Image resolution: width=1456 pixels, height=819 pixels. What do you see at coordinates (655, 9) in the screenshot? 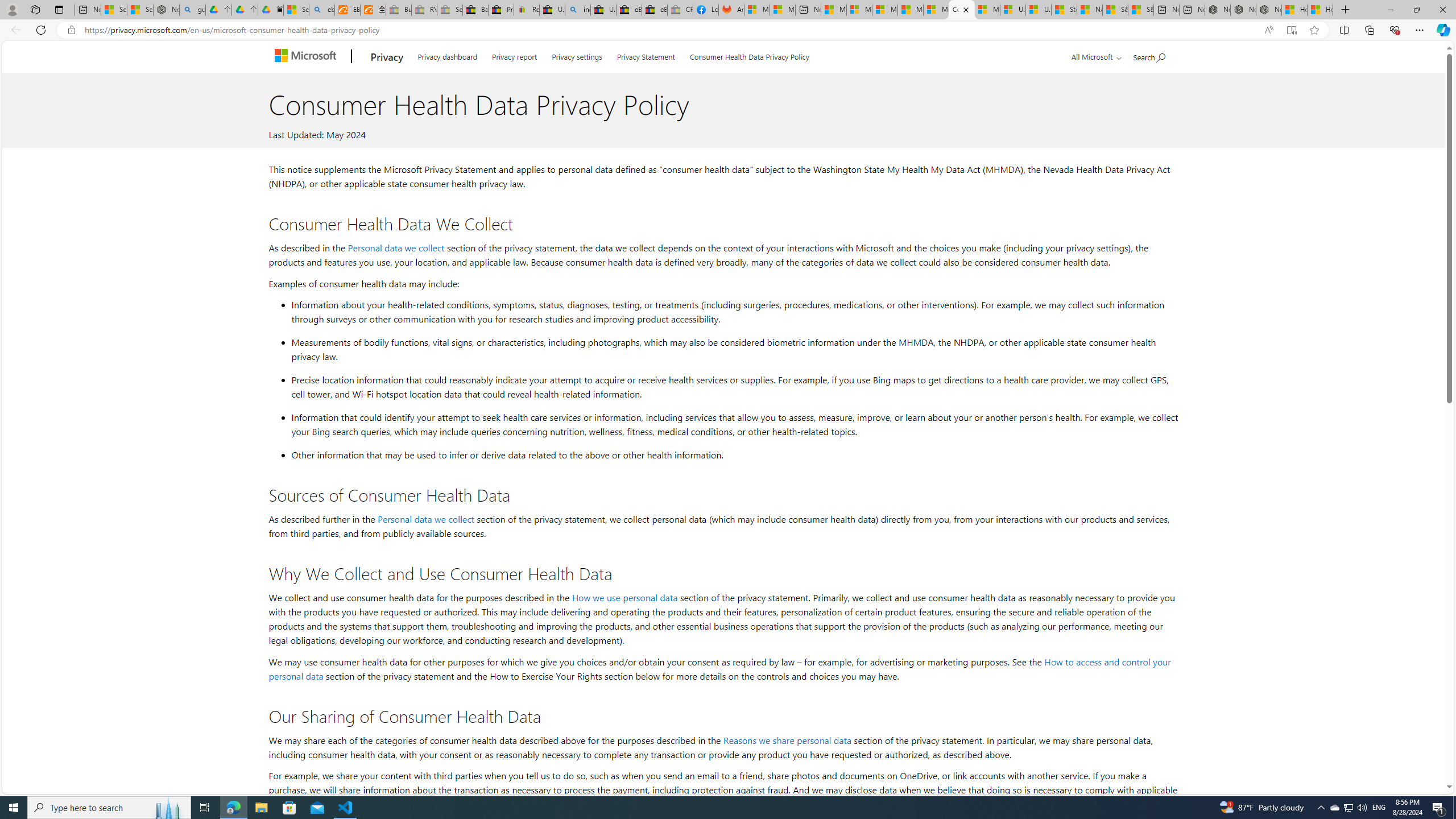
I see `'eBay Inc. Reports Third Quarter 2023 Results'` at bounding box center [655, 9].